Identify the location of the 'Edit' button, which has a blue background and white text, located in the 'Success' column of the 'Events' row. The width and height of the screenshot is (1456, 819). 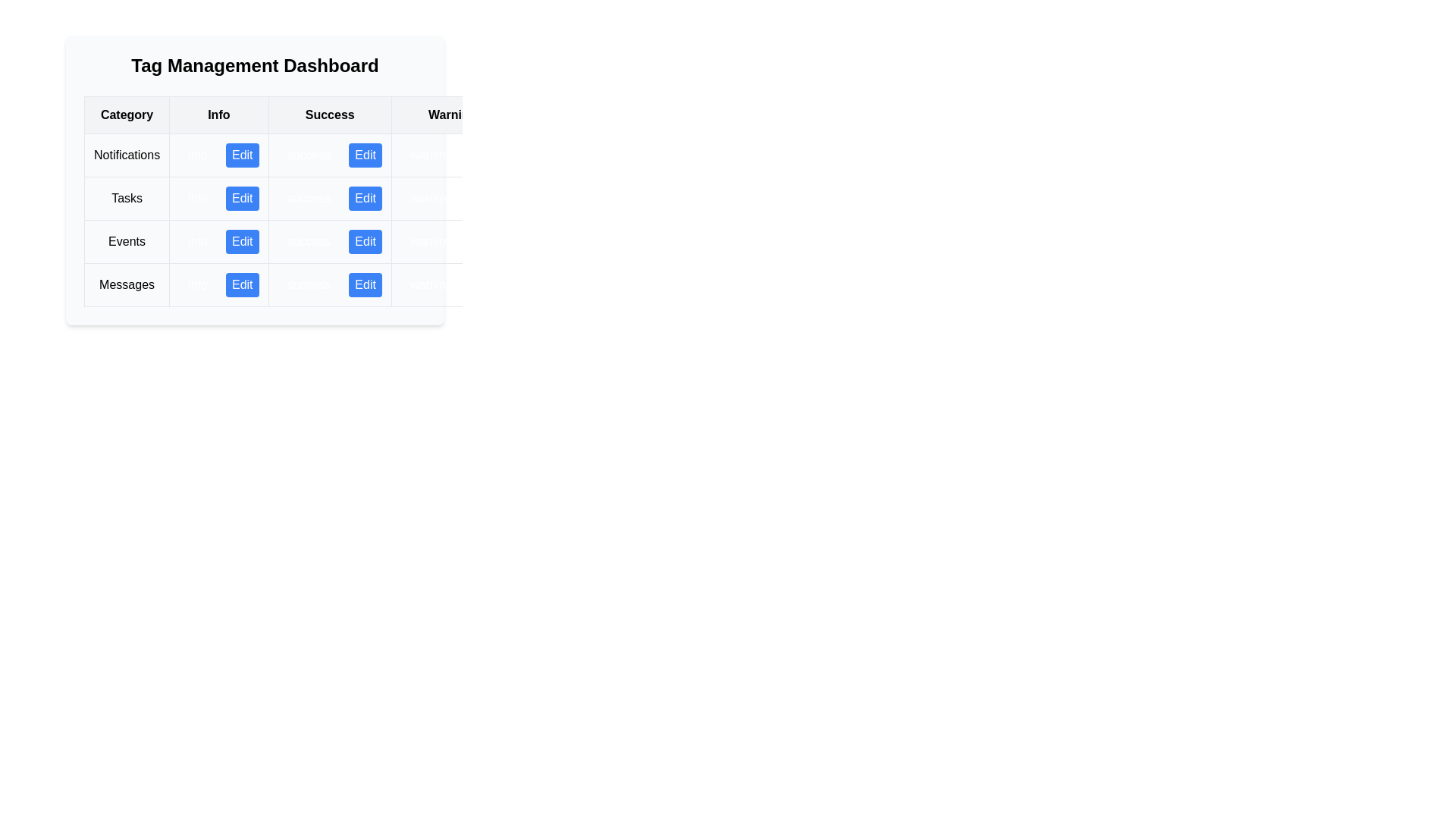
(366, 241).